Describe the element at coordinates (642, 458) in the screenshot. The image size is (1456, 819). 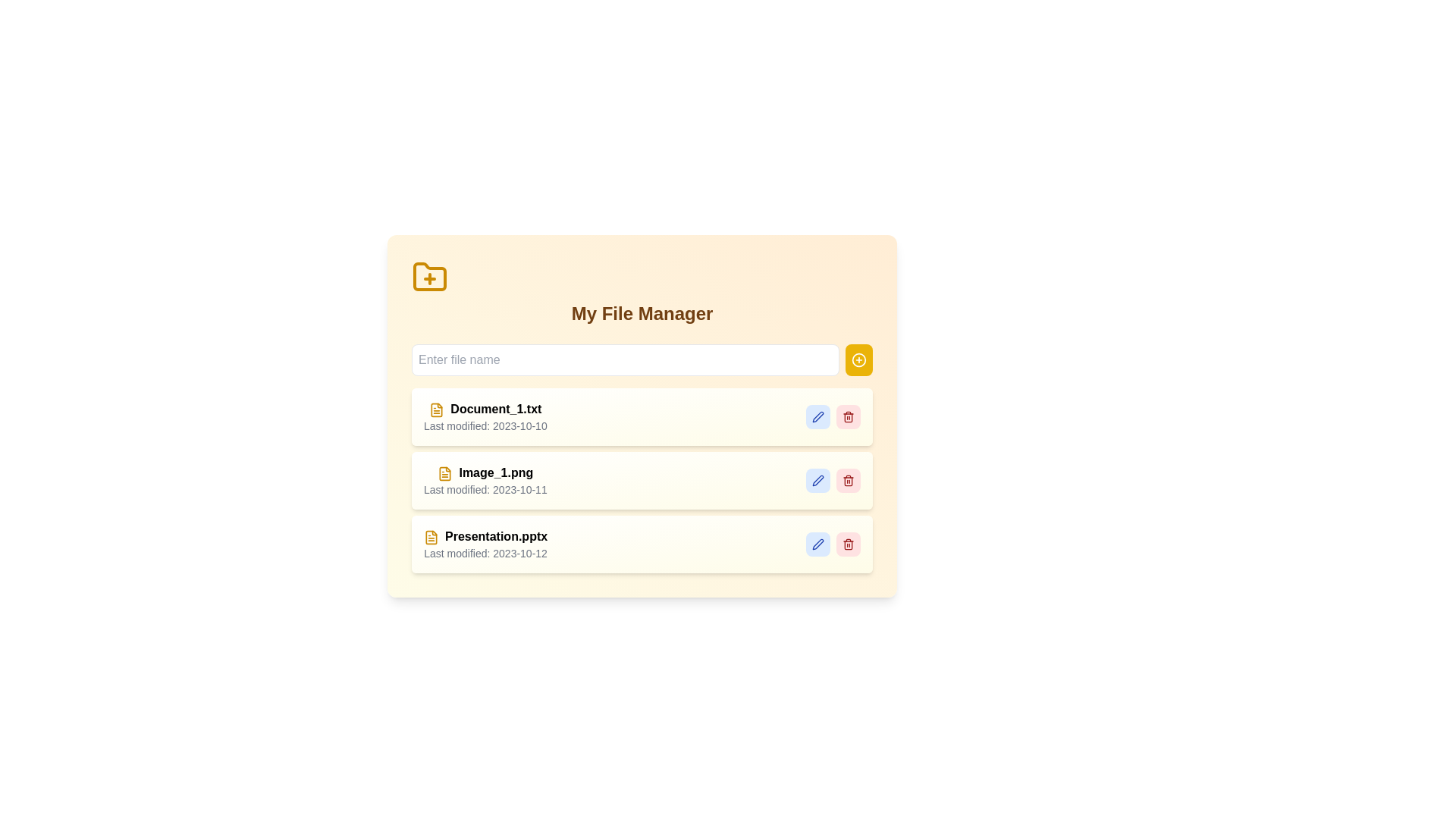
I see `the second item in the list titled 'My File Manager'` at that location.